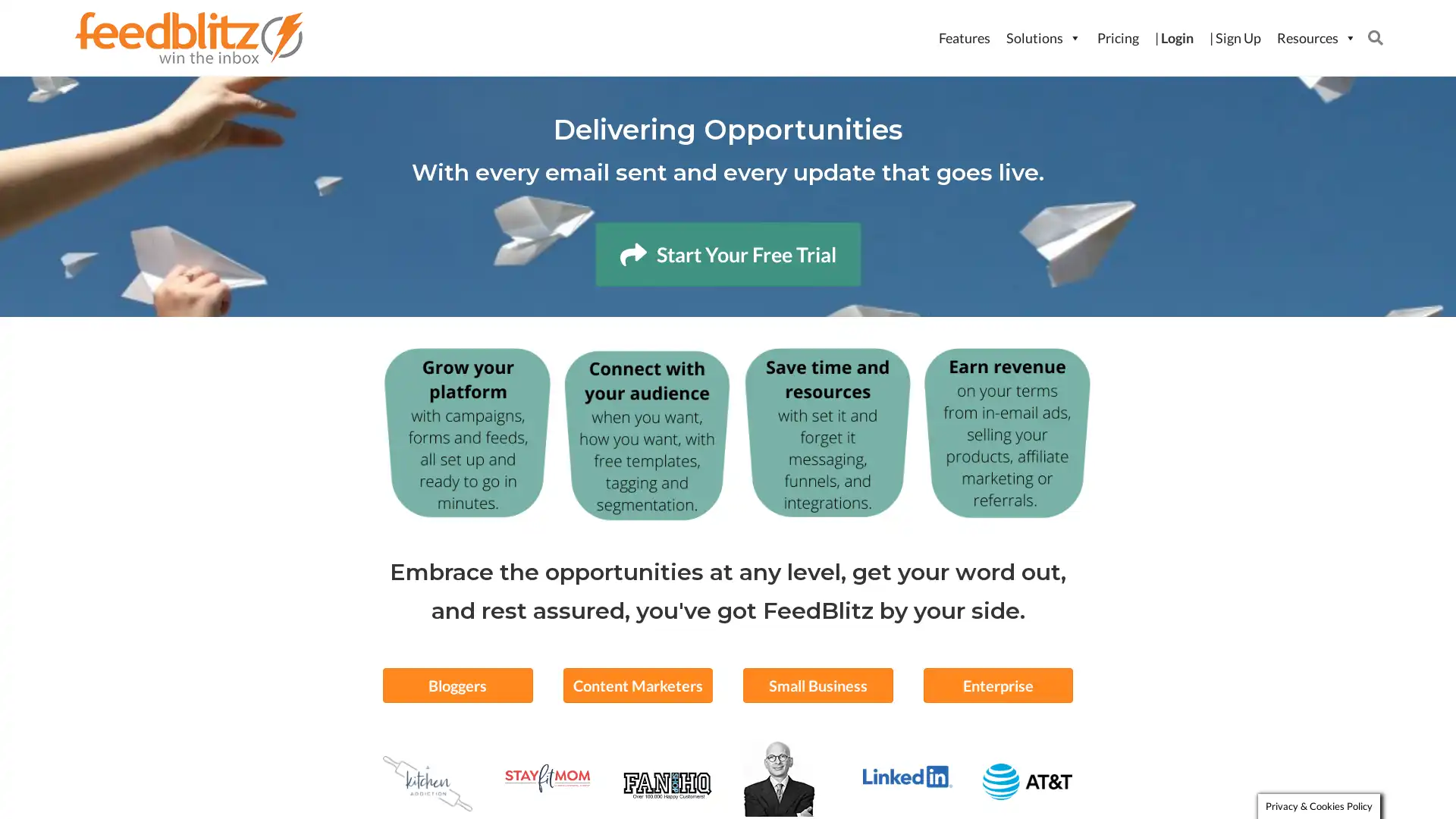 The width and height of the screenshot is (1456, 819). I want to click on Open accessibility options, statement and help, so click(39, 779).